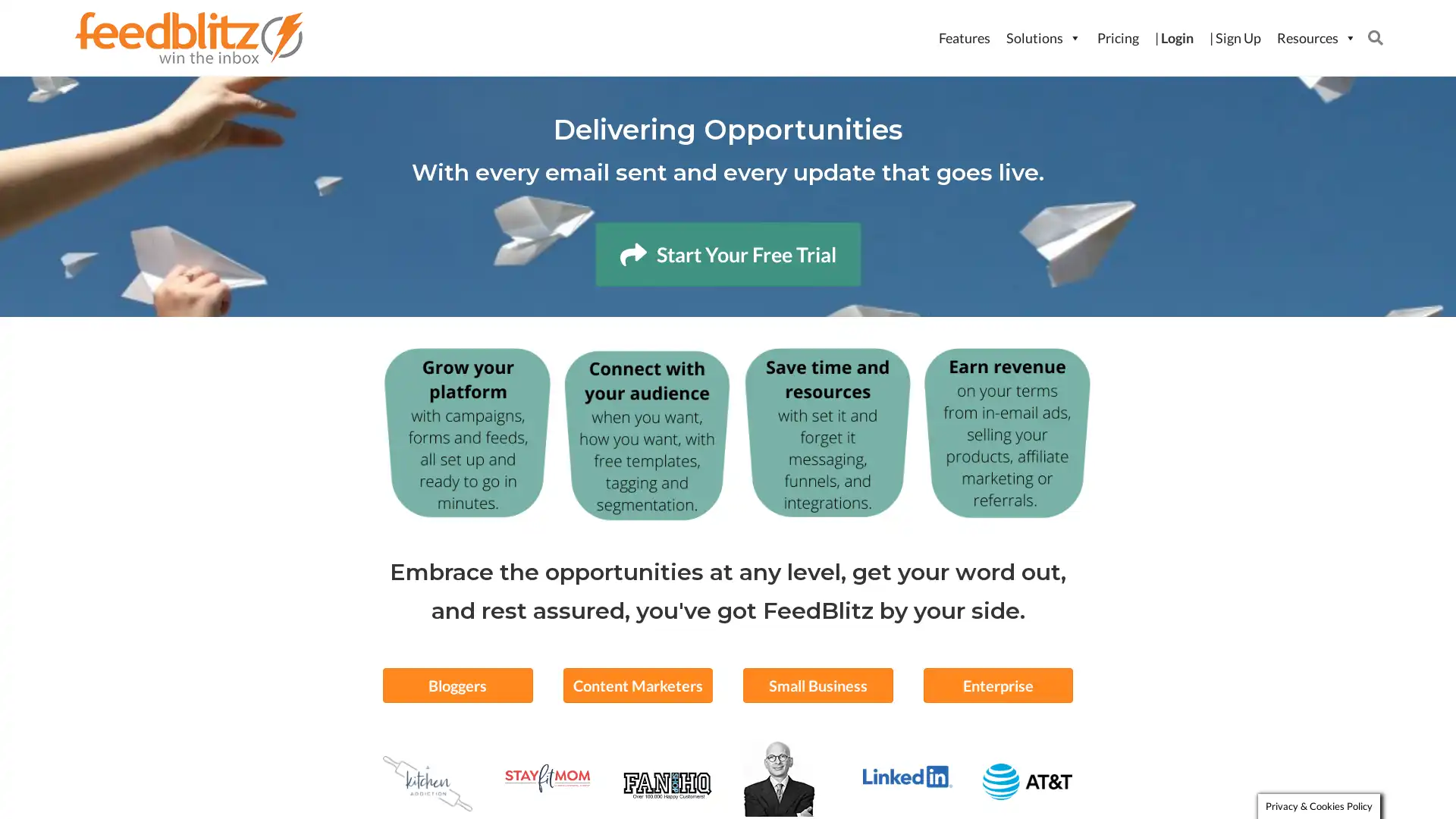 The width and height of the screenshot is (1456, 819). I want to click on Open accessibility options, statement and help, so click(39, 779).